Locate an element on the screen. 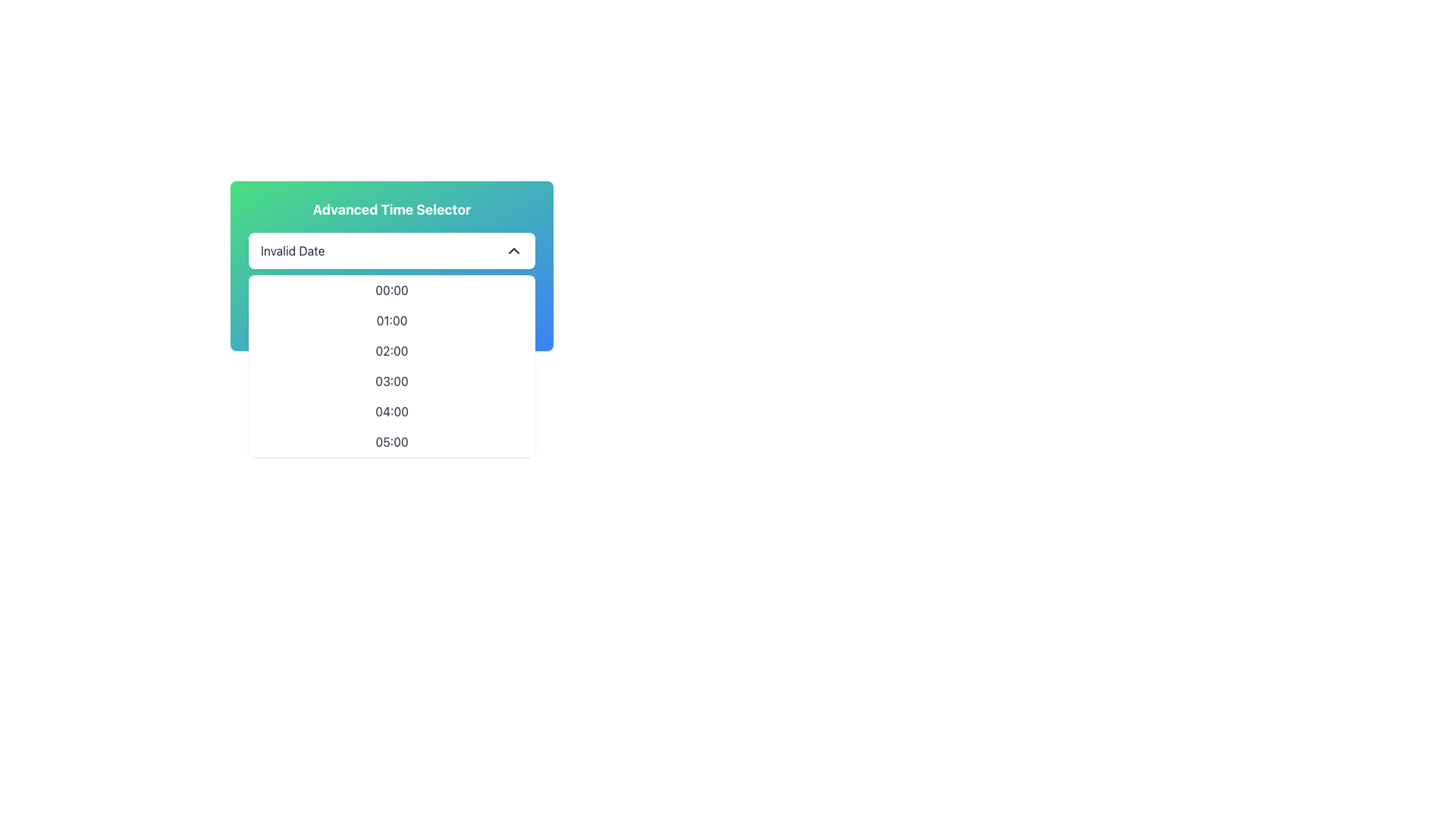 The height and width of the screenshot is (819, 1456). the text option '05:00' in the dropdown is located at coordinates (392, 441).